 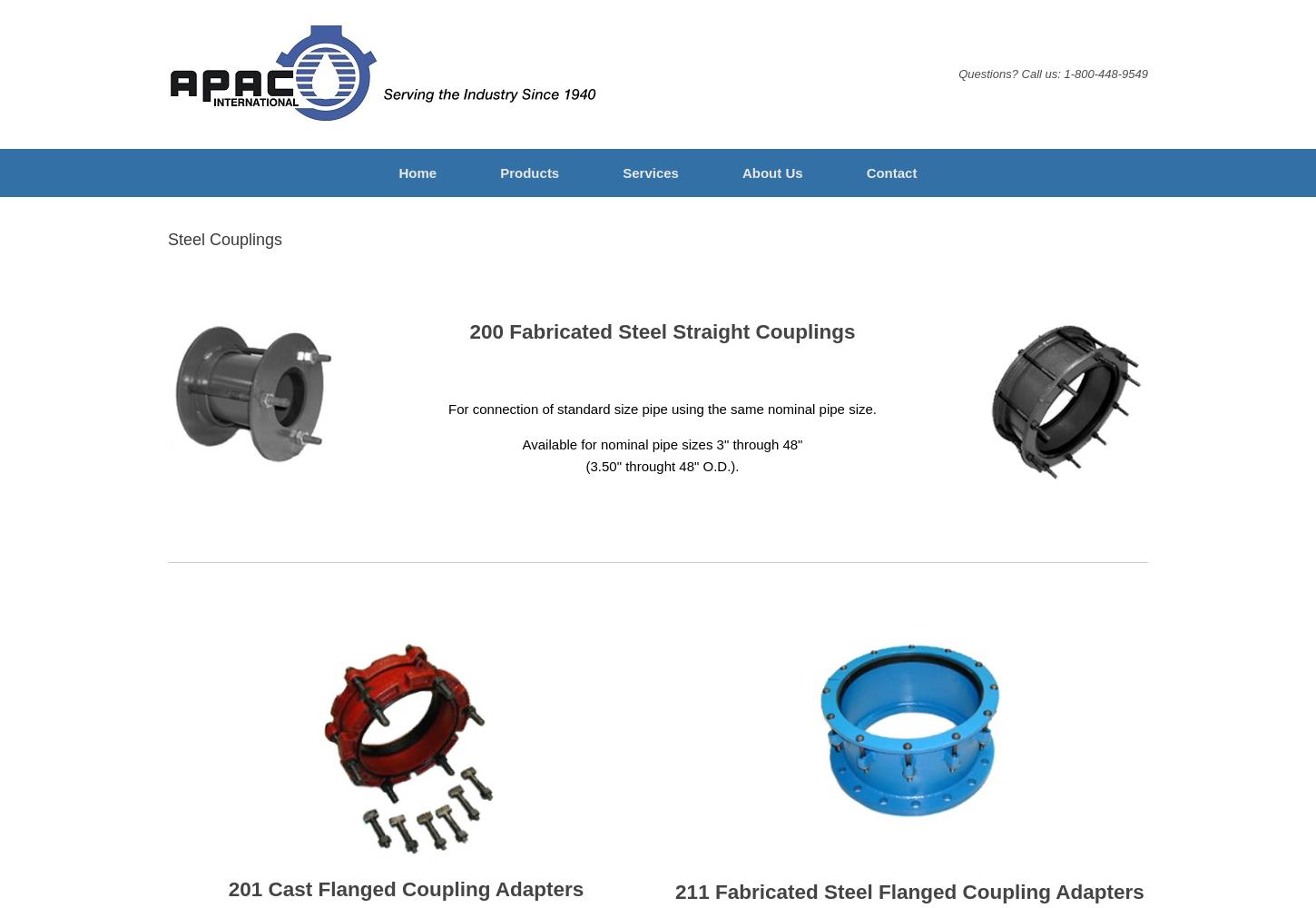 I want to click on 'Questions? Call us: 1-800-448-9549', so click(x=1052, y=73).